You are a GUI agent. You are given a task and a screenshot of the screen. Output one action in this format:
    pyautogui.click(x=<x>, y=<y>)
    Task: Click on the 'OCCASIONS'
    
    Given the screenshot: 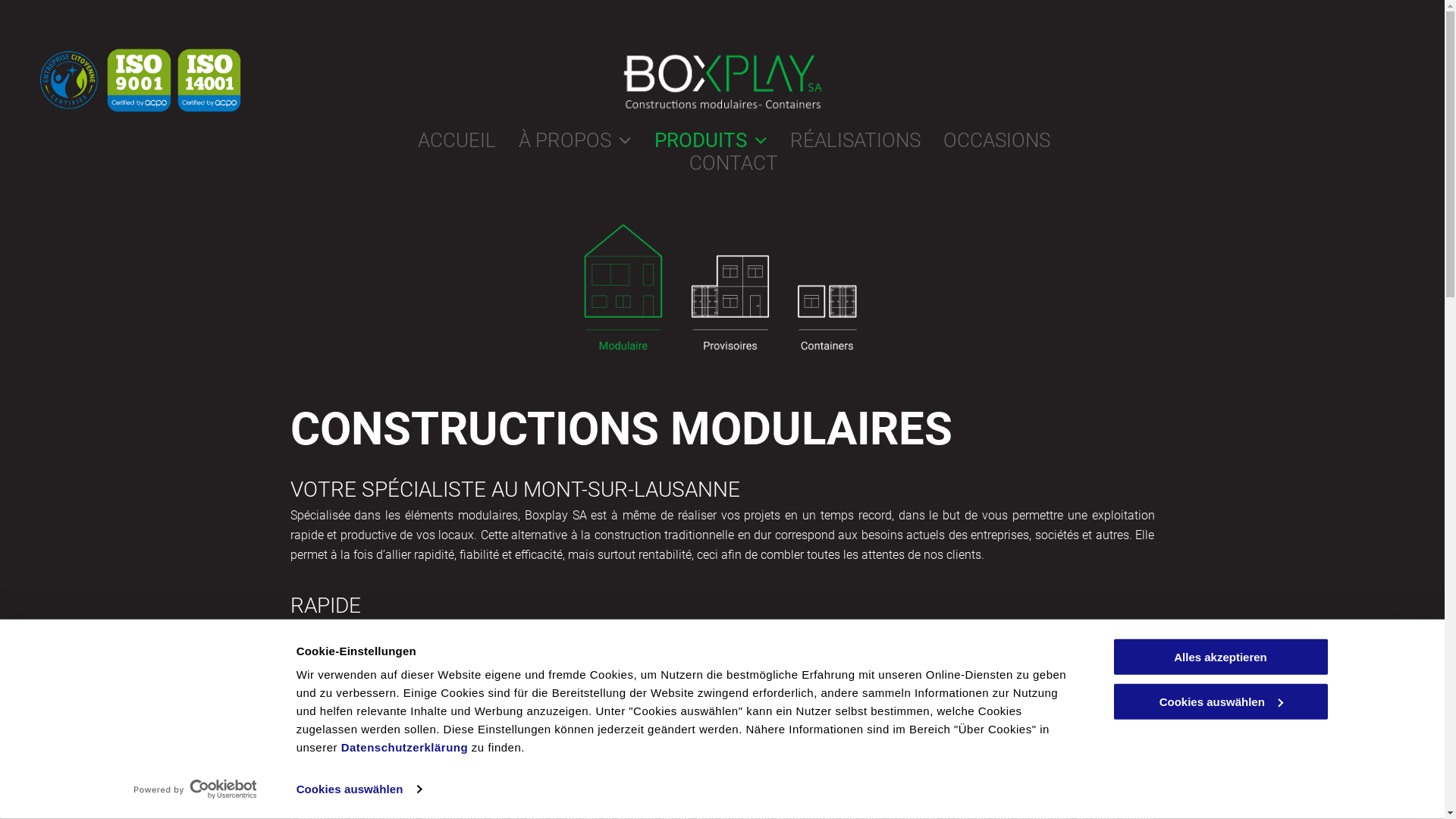 What is the action you would take?
    pyautogui.click(x=985, y=140)
    